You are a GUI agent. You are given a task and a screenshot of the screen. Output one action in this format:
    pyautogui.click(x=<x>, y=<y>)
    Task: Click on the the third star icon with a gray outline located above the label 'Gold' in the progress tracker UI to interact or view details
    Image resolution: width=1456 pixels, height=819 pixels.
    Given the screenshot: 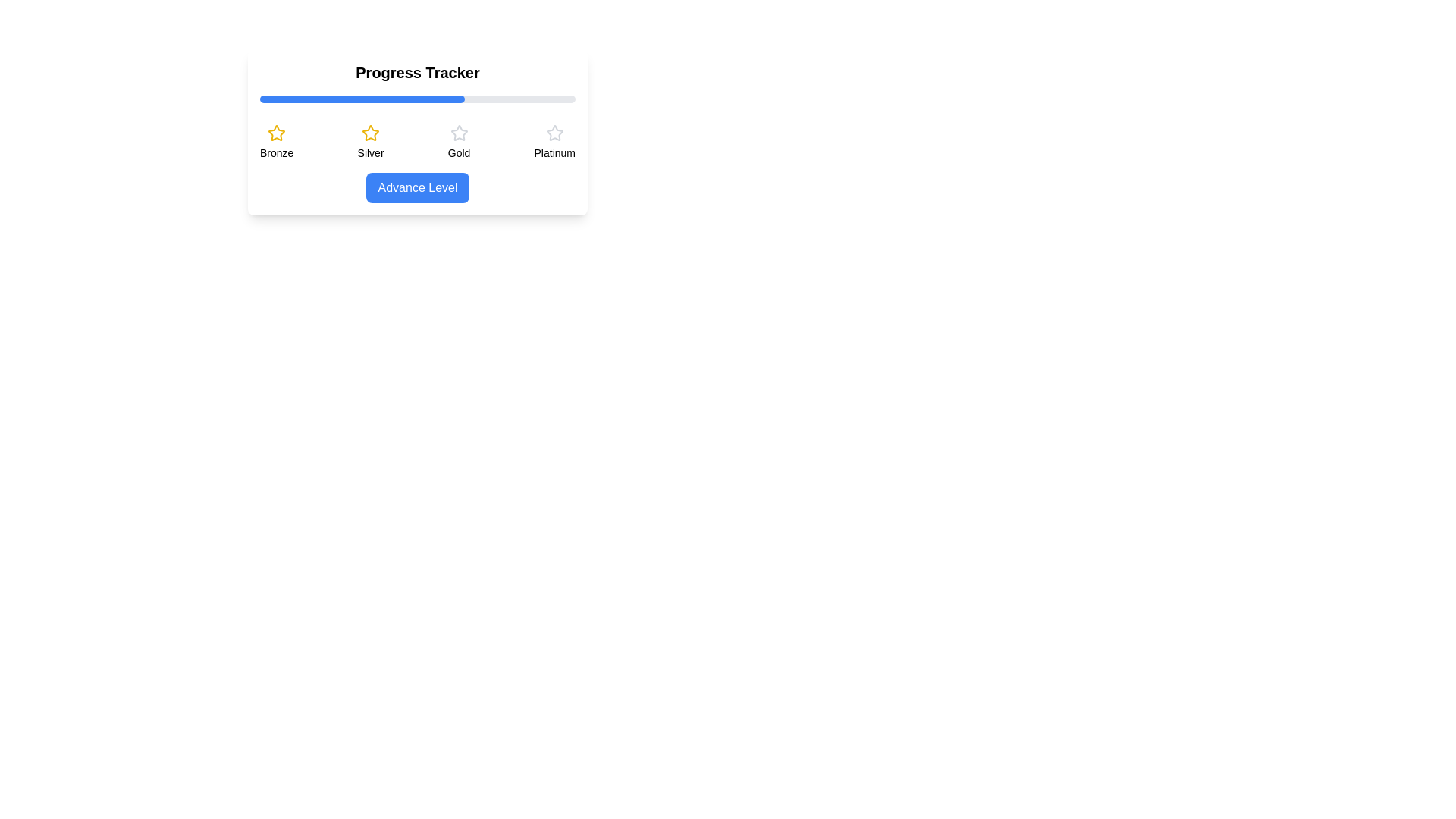 What is the action you would take?
    pyautogui.click(x=458, y=133)
    